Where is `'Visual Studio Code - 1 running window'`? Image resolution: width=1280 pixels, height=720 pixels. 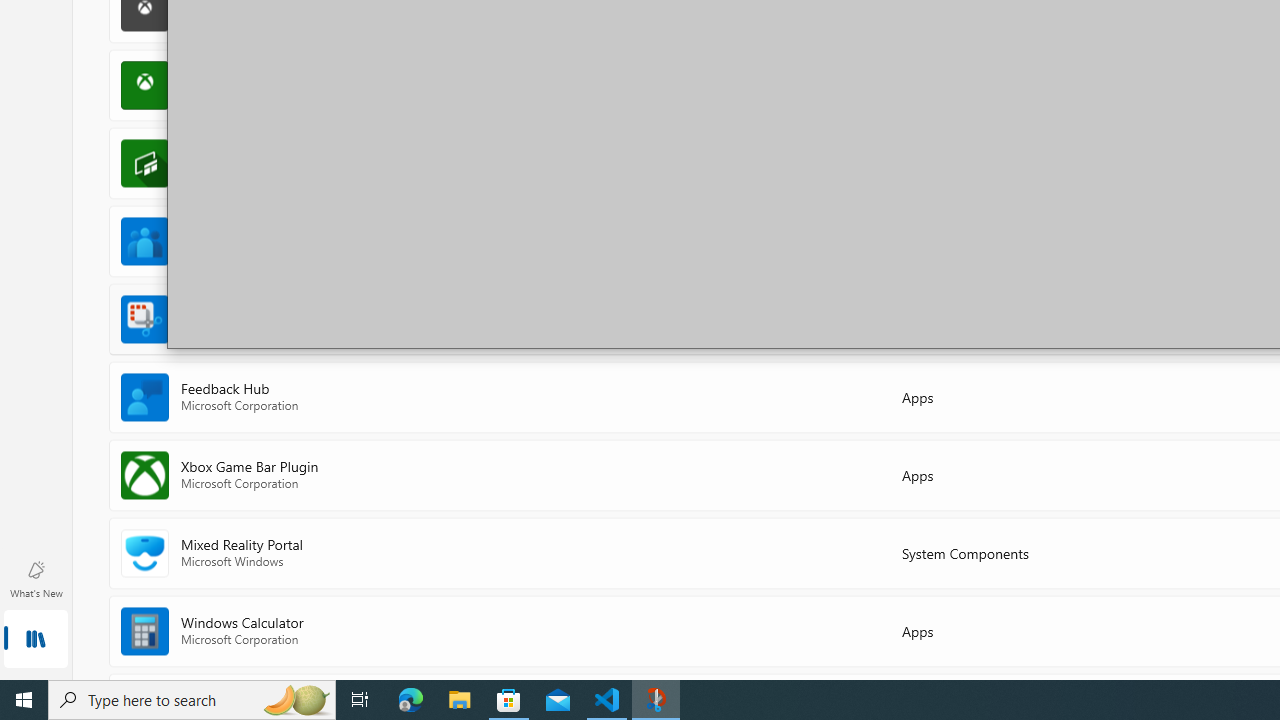 'Visual Studio Code - 1 running window' is located at coordinates (606, 698).